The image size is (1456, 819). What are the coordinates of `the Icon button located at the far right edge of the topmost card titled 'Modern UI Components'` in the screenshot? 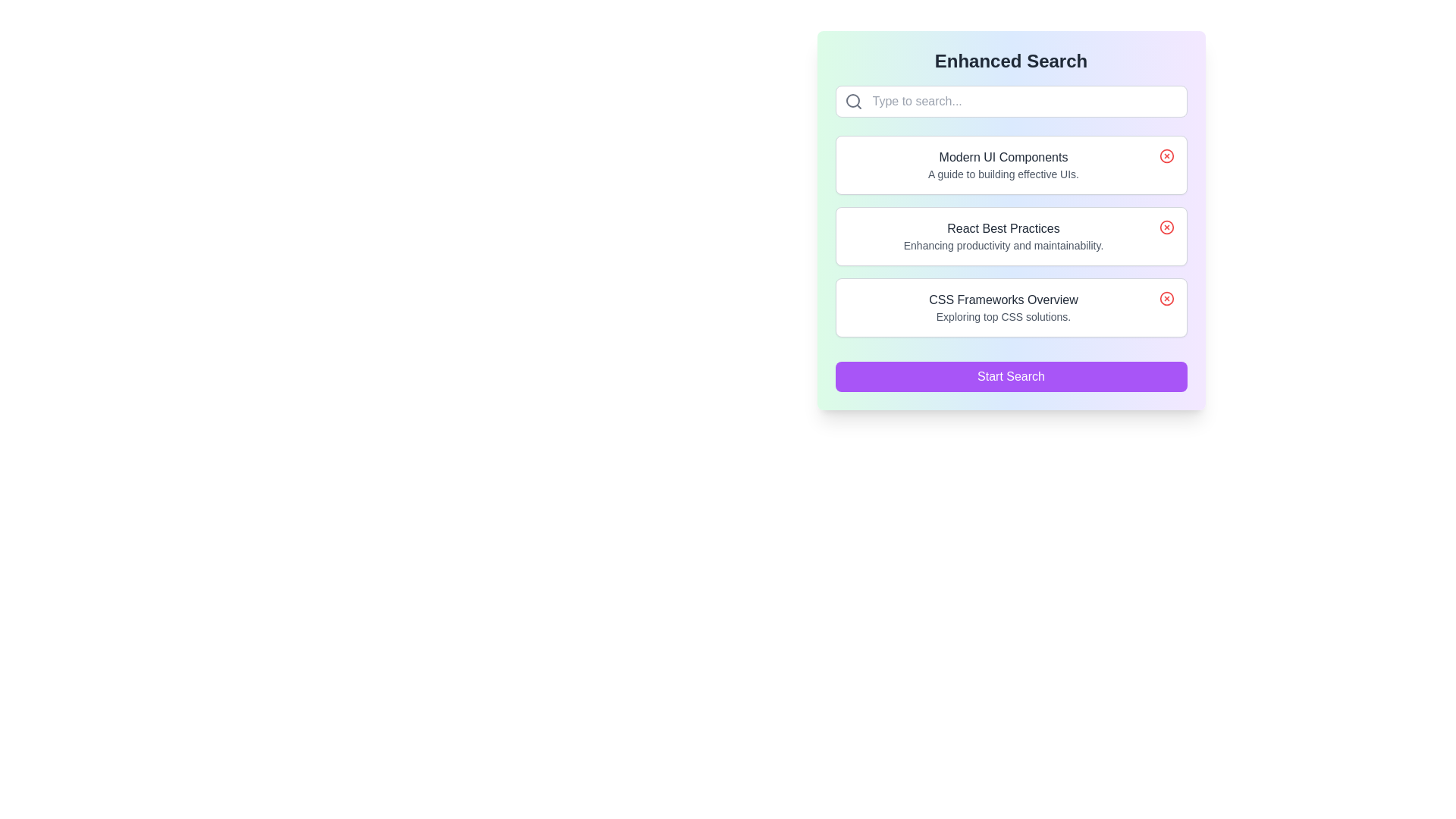 It's located at (1166, 155).